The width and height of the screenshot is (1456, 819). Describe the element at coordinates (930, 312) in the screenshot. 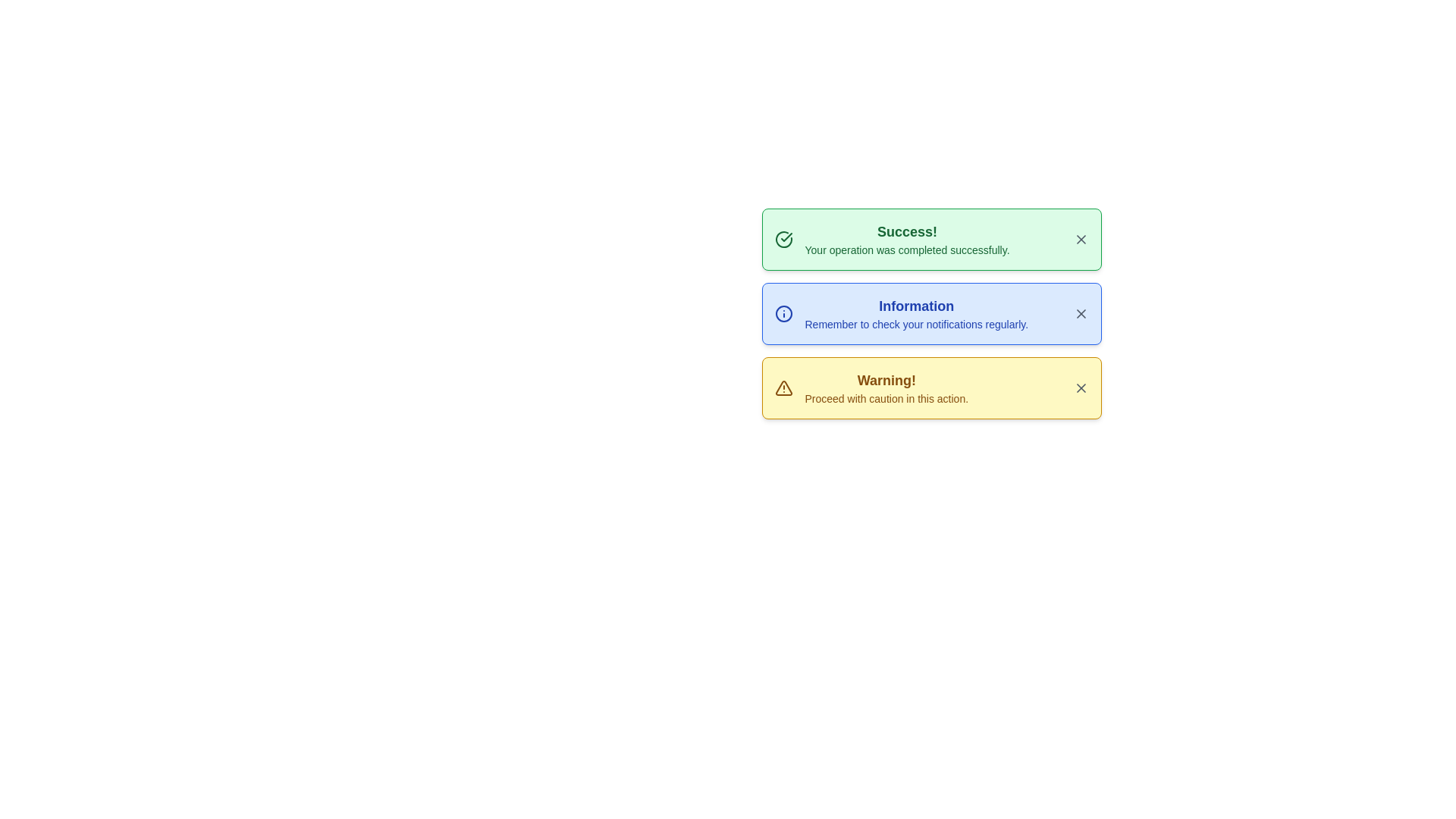

I see `message in the informational notification box with a light blue background and dark blue border, titled 'Information' with the description 'Remember to check your notifications regularly.'` at that location.